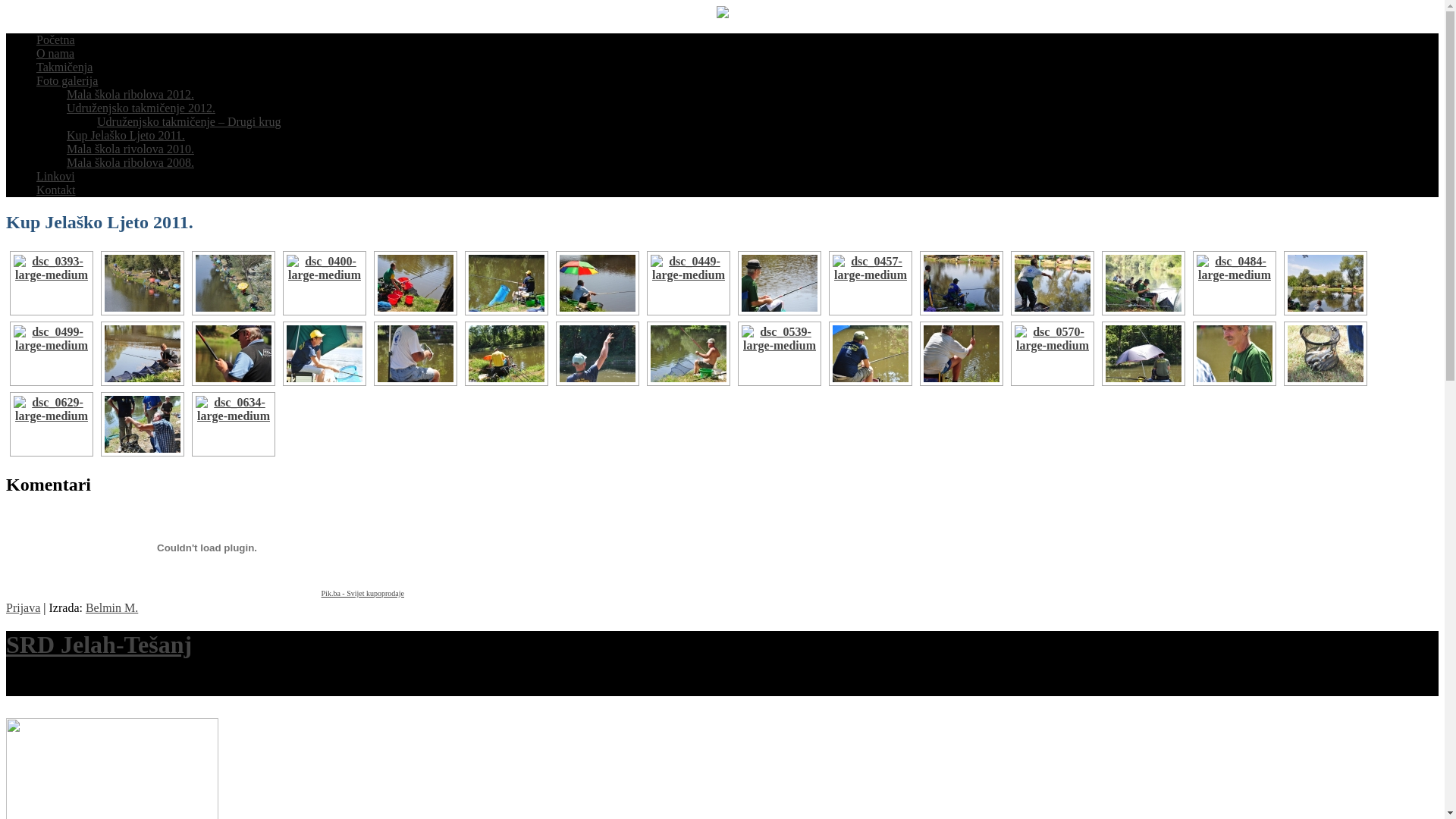 The height and width of the screenshot is (819, 1456). What do you see at coordinates (870, 283) in the screenshot?
I see `'dsc_0457-large-medium'` at bounding box center [870, 283].